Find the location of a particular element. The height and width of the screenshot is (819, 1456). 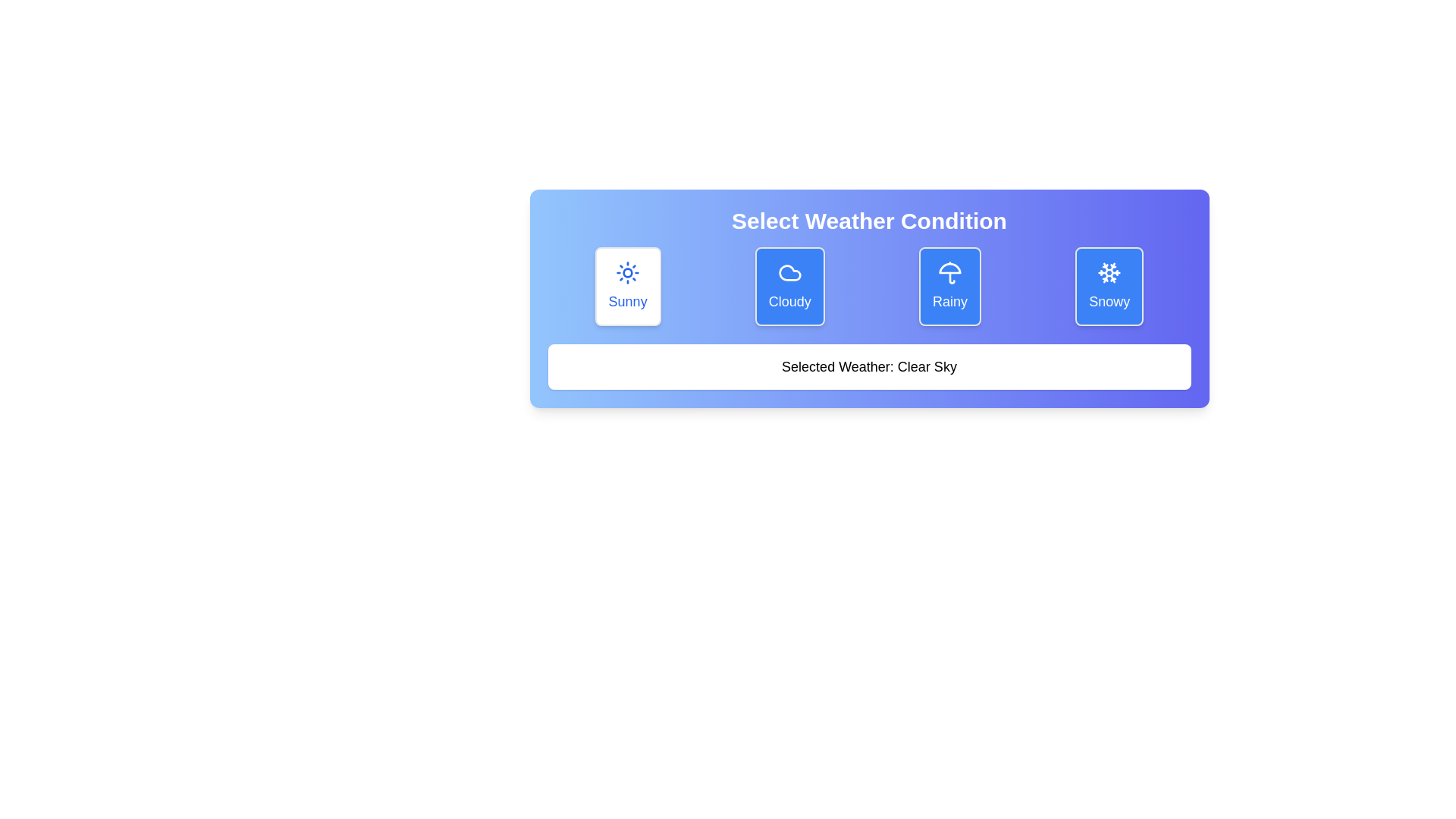

the decorative component of the 'Snowy' icon, which is the fourth weather option in the 'Select Weather Condition' card is located at coordinates (1113, 268).